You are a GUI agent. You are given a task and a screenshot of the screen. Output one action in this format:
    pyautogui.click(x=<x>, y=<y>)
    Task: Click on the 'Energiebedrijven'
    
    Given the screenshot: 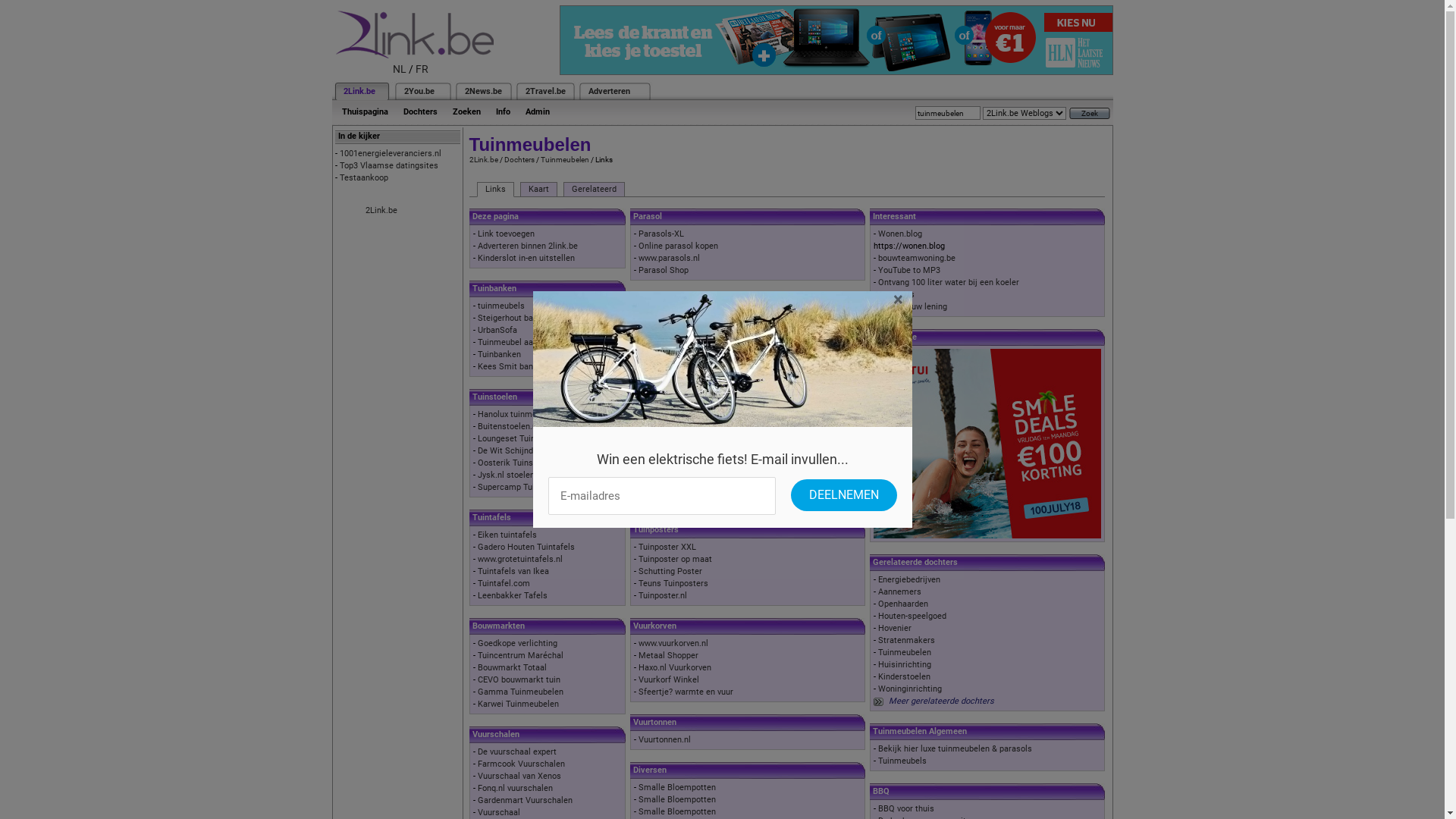 What is the action you would take?
    pyautogui.click(x=909, y=579)
    